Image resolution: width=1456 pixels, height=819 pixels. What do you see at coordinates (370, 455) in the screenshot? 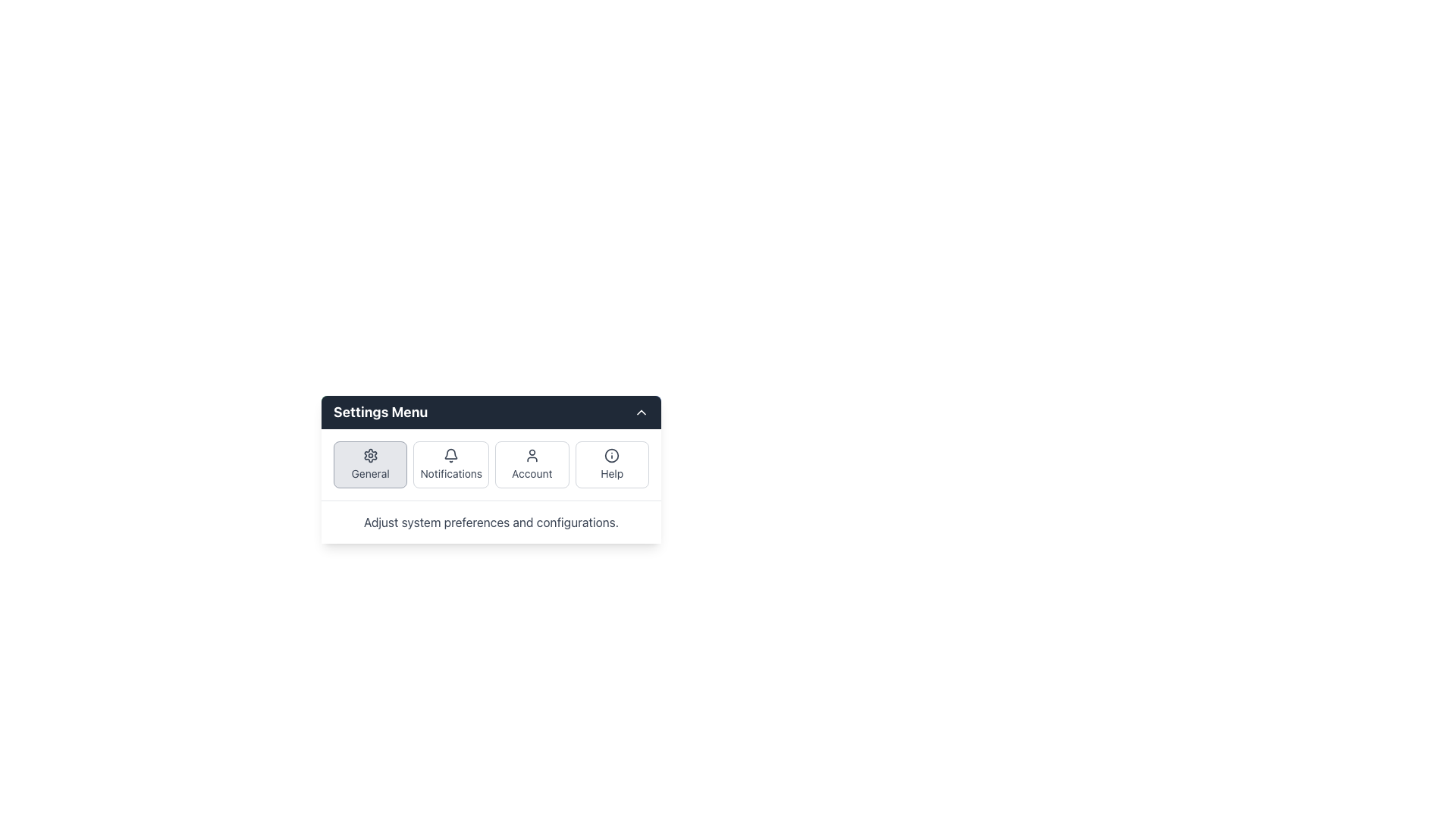
I see `the settings icon representing the 'General' settings category located in the top-left position of the horizontal settings menu` at bounding box center [370, 455].